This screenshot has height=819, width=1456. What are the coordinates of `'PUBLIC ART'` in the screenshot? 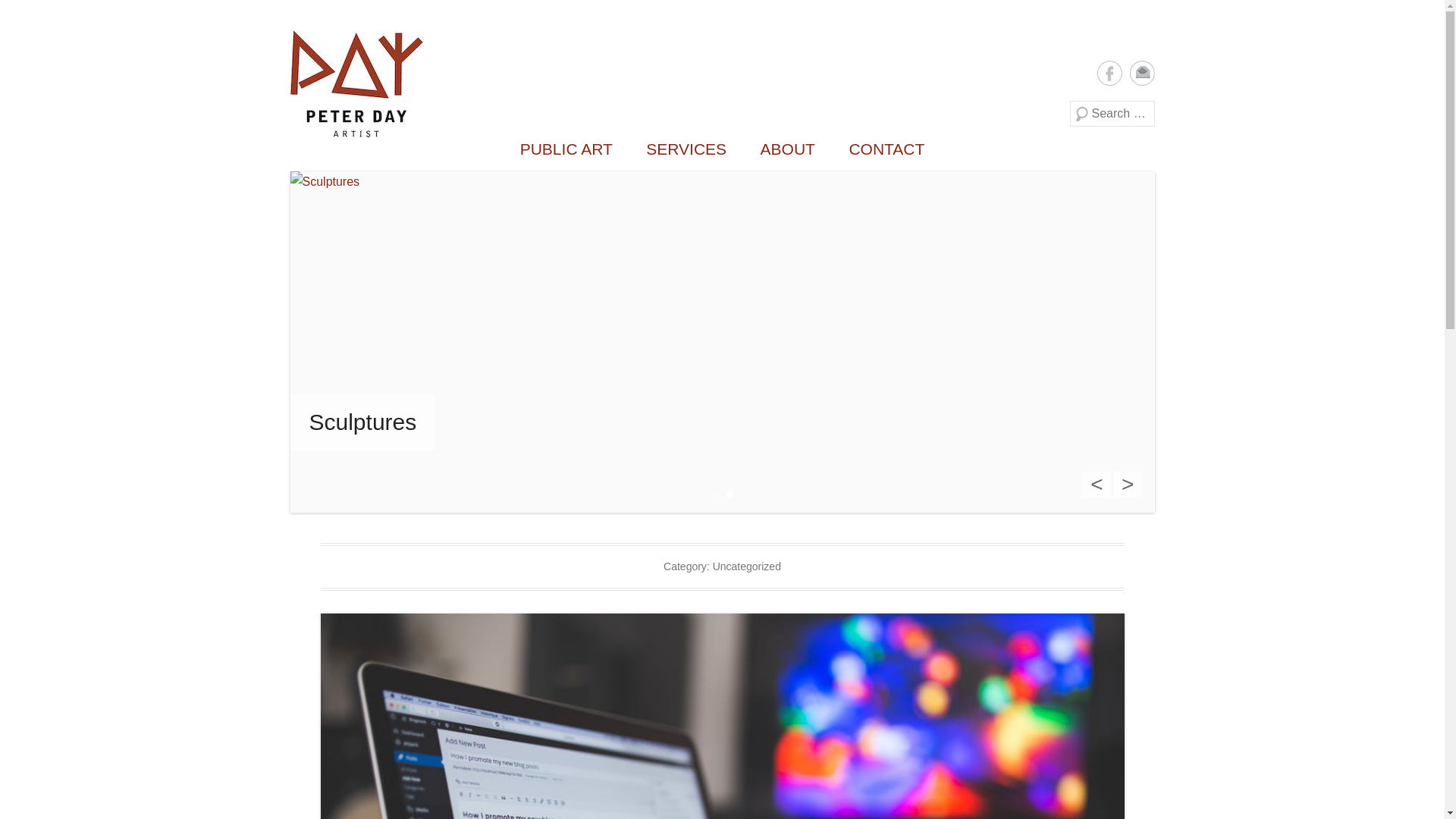 It's located at (566, 149).